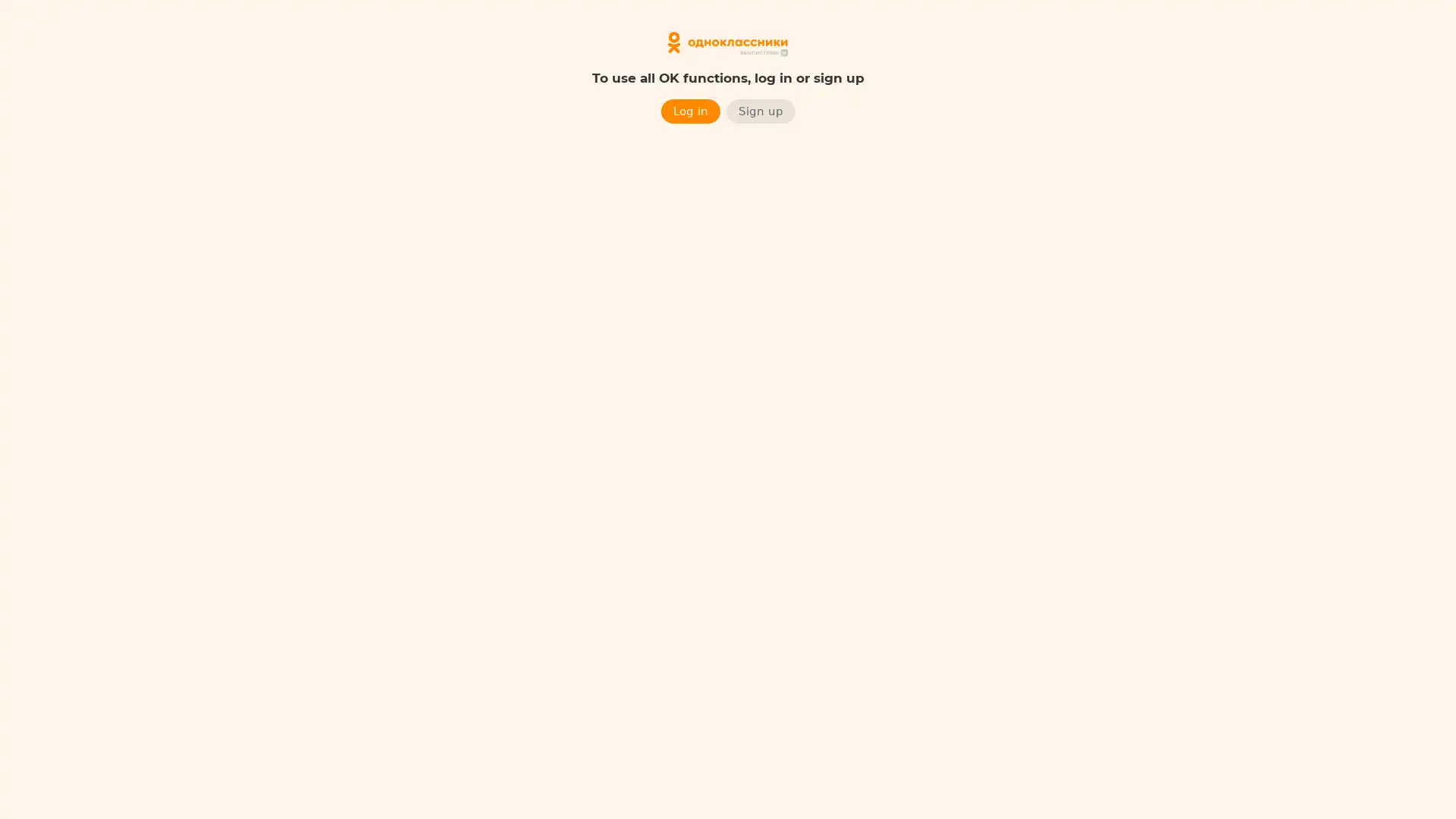 This screenshot has height=819, width=1456. What do you see at coordinates (689, 110) in the screenshot?
I see `Log in` at bounding box center [689, 110].